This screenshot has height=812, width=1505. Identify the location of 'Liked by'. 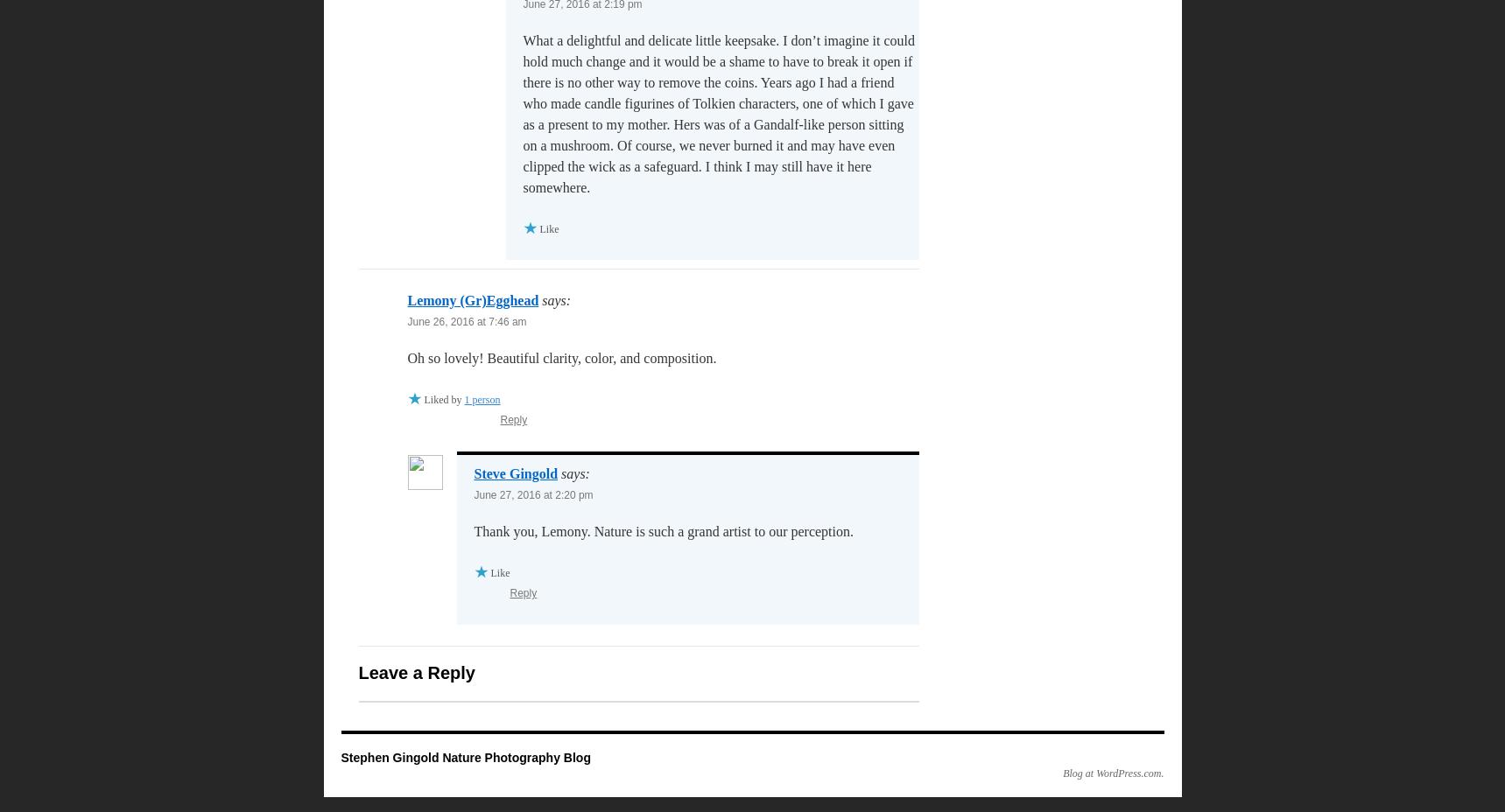
(442, 400).